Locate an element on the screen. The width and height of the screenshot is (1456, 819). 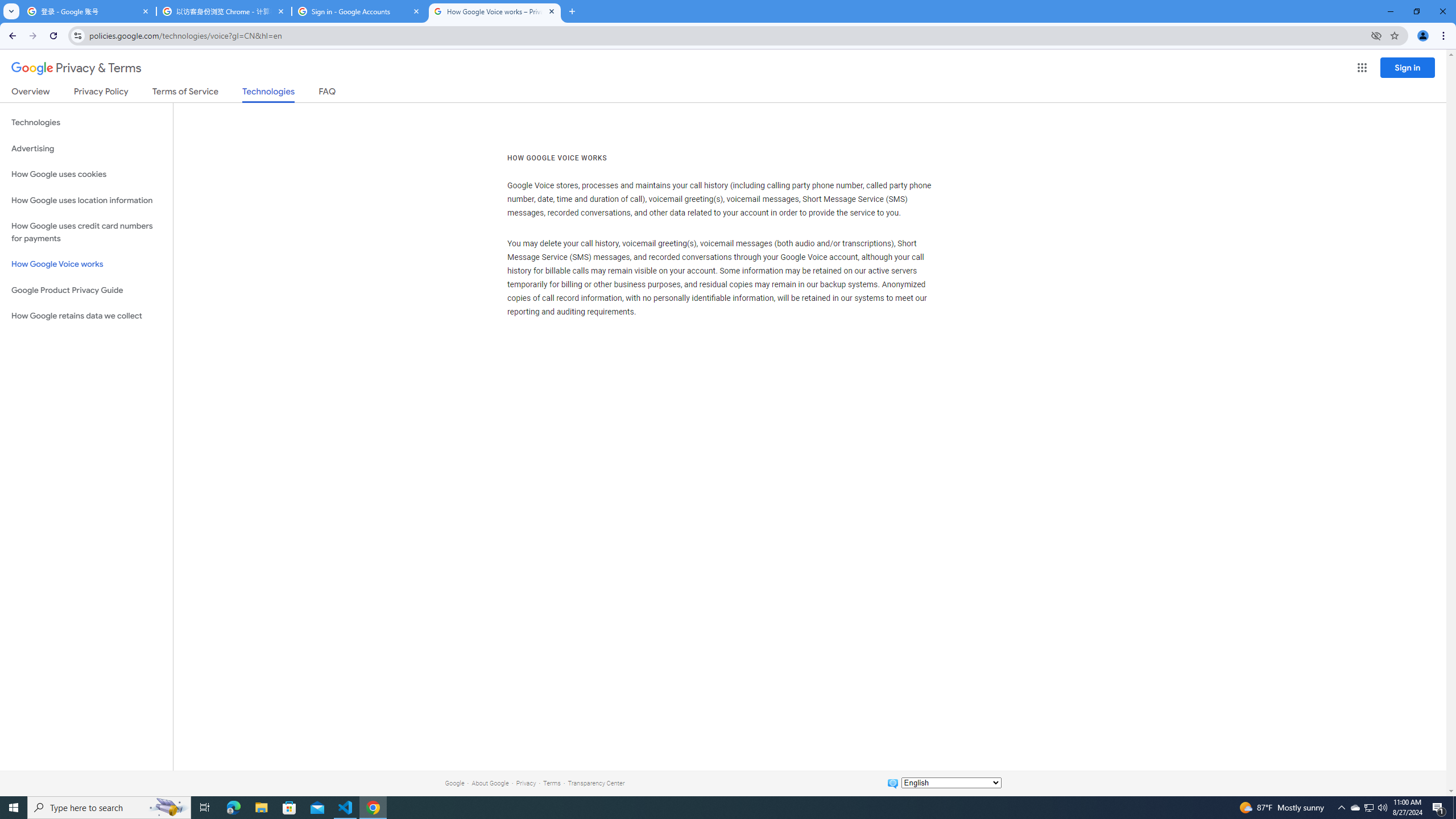
'How Google uses credit card numbers for payments' is located at coordinates (86, 231).